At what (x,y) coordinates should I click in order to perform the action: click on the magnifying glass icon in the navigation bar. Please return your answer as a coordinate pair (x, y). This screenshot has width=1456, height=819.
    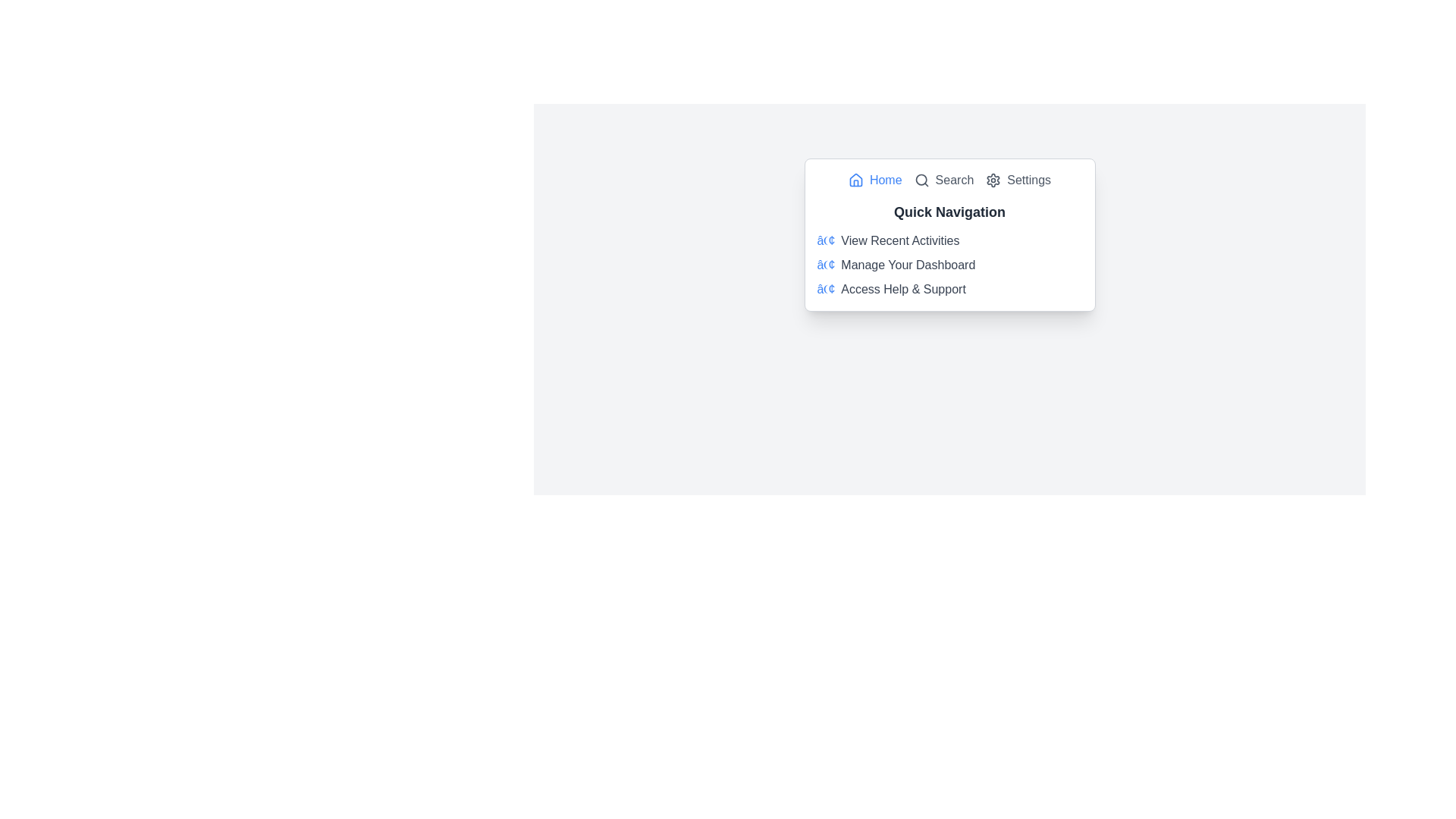
    Looking at the image, I should click on (921, 180).